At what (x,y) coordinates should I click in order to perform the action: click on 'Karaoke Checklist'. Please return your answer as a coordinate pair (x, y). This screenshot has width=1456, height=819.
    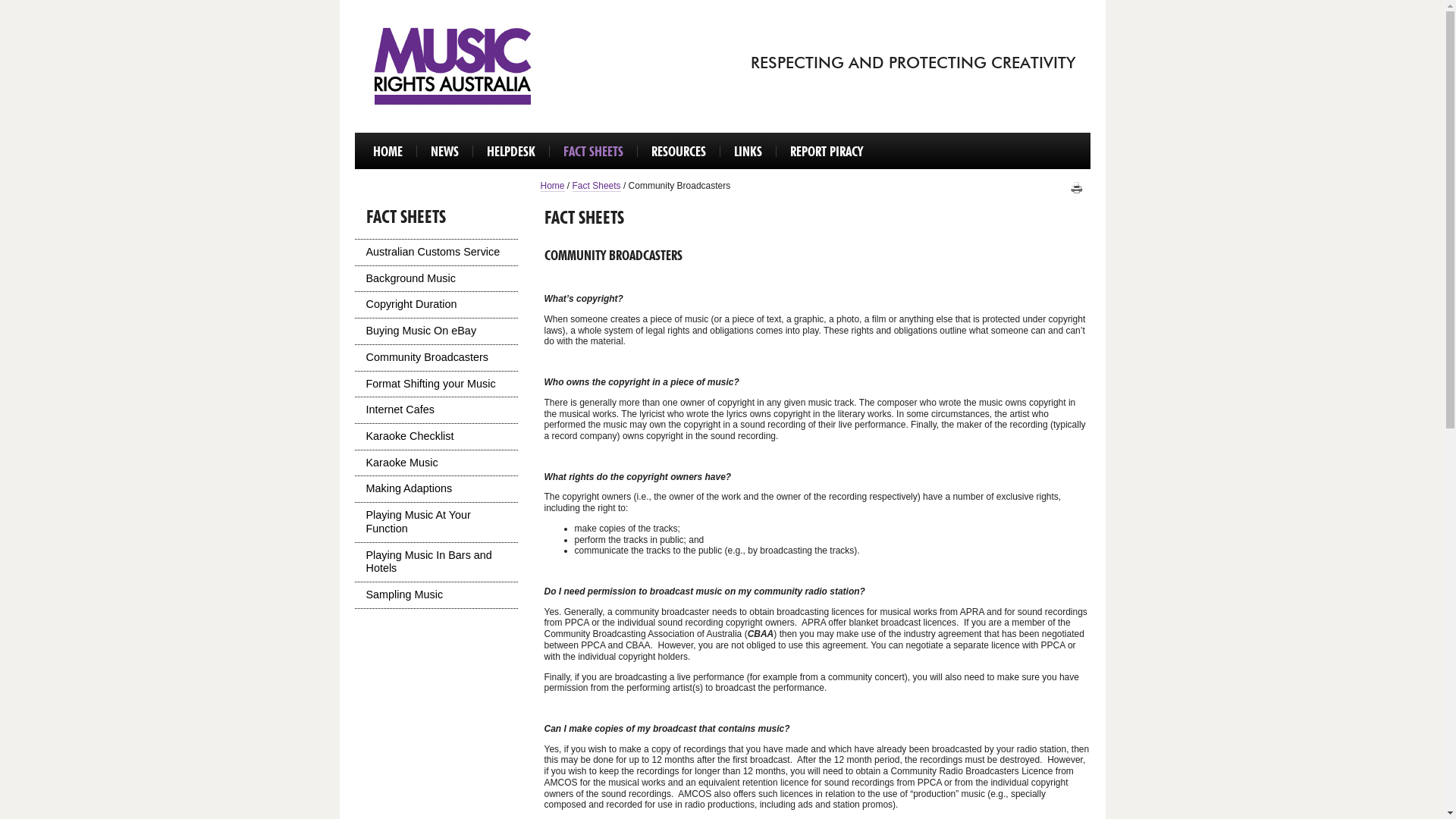
    Looking at the image, I should click on (435, 436).